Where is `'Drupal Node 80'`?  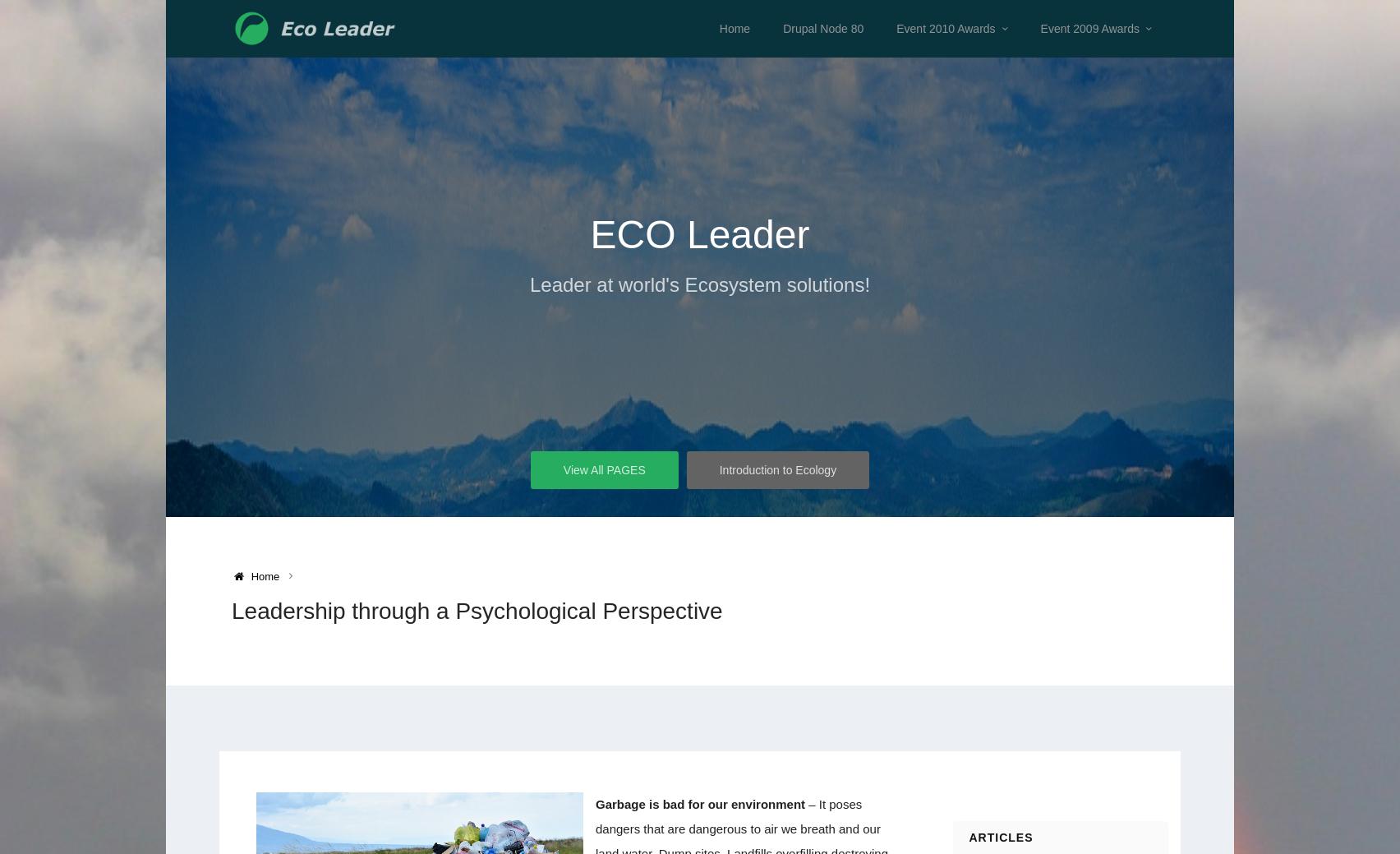
'Drupal Node 80' is located at coordinates (822, 28).